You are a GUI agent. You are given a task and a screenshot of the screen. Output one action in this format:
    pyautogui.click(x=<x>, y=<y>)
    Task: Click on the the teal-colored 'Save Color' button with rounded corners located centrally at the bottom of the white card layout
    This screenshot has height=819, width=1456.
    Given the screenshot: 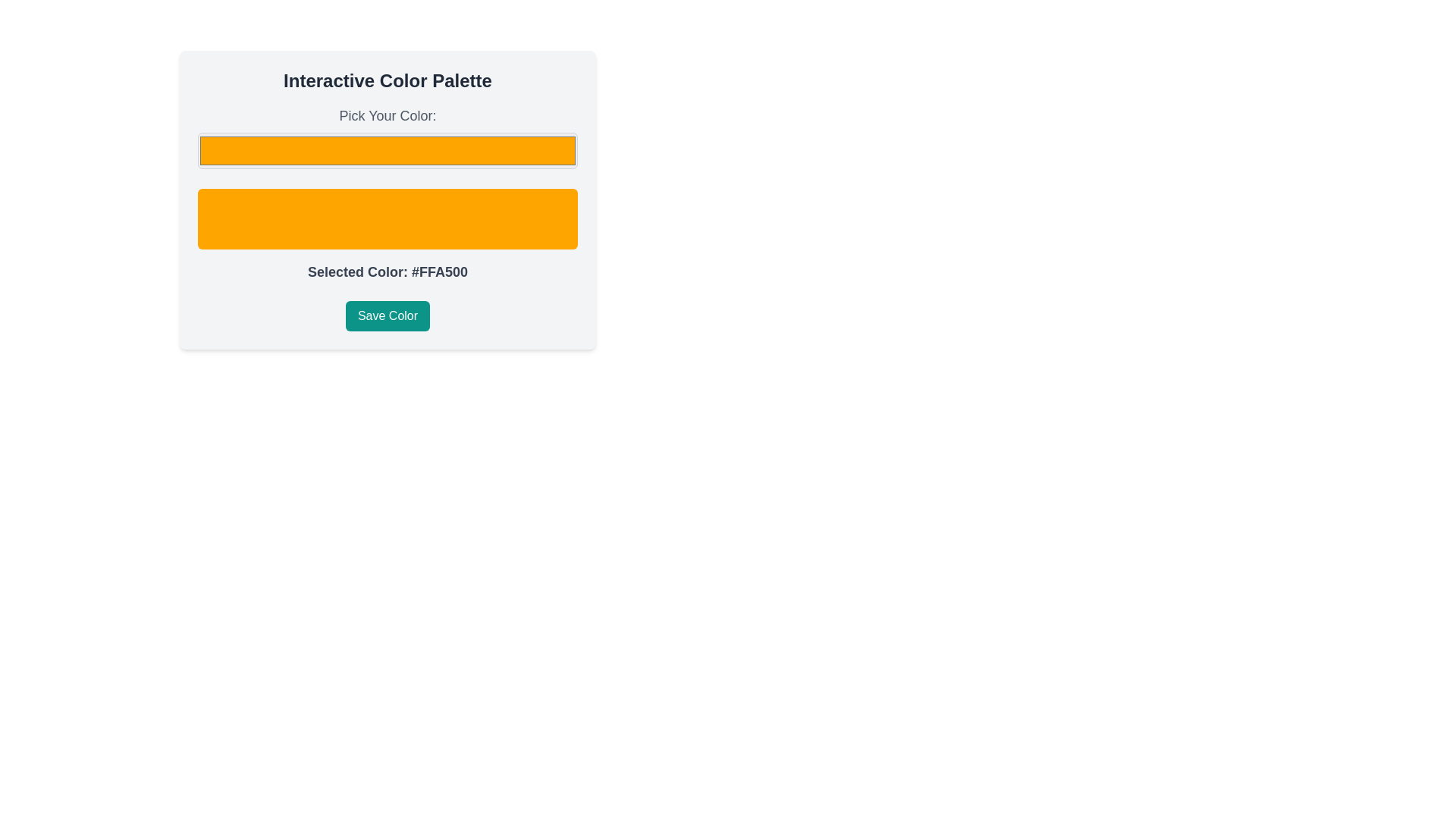 What is the action you would take?
    pyautogui.click(x=388, y=315)
    